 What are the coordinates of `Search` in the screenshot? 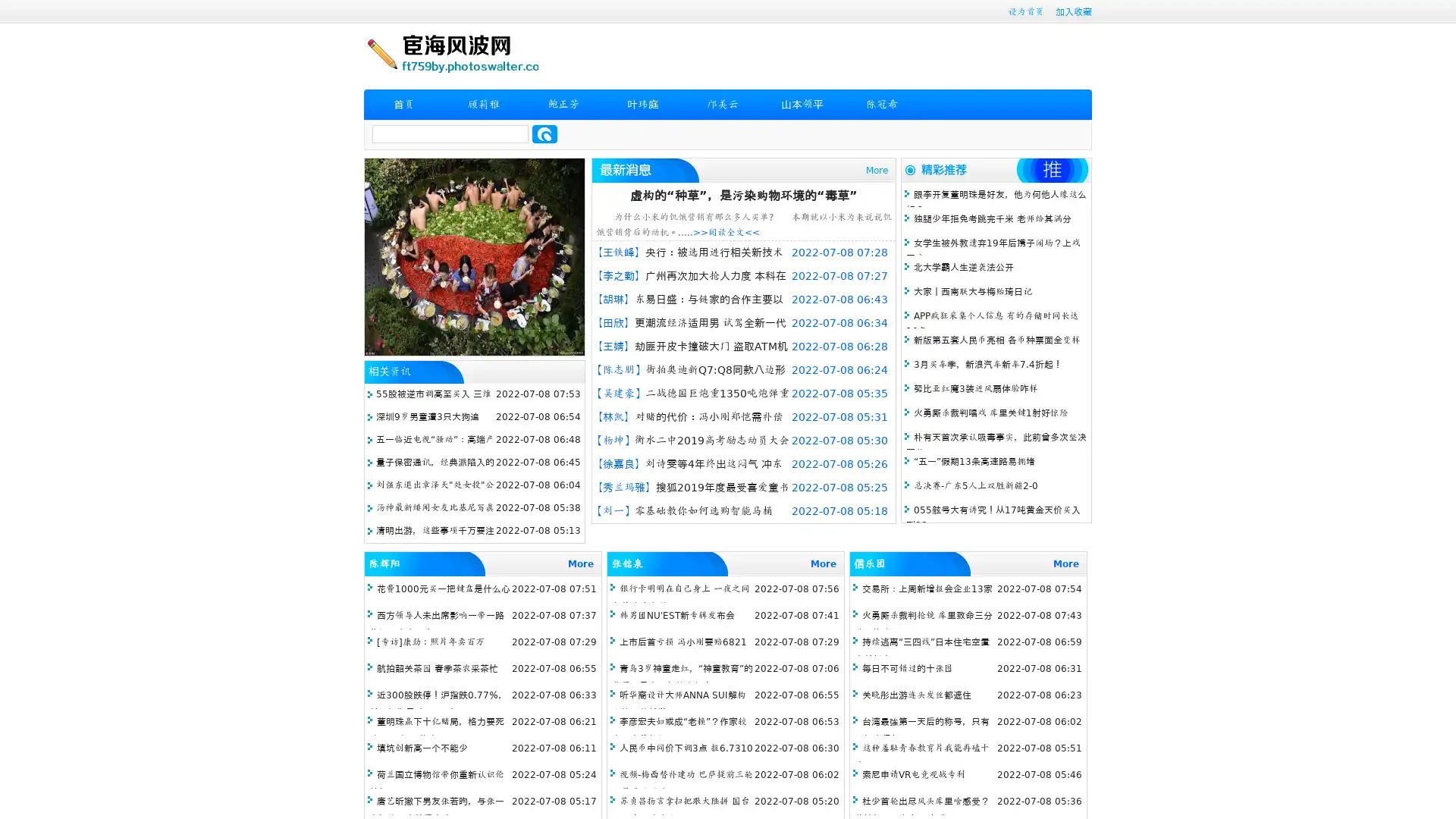 It's located at (544, 133).